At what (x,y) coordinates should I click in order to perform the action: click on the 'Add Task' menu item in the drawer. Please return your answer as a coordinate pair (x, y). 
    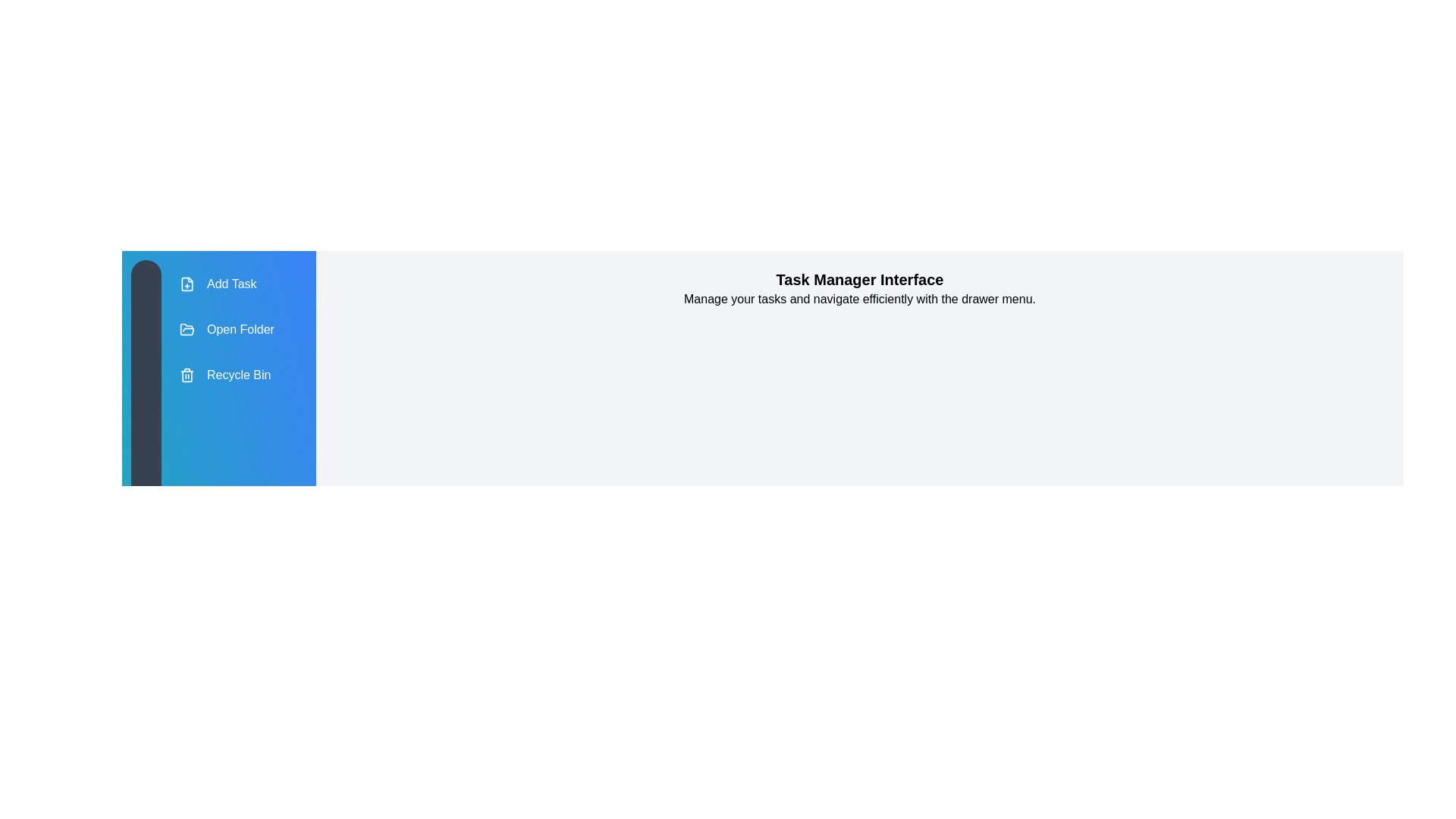
    Looking at the image, I should click on (225, 284).